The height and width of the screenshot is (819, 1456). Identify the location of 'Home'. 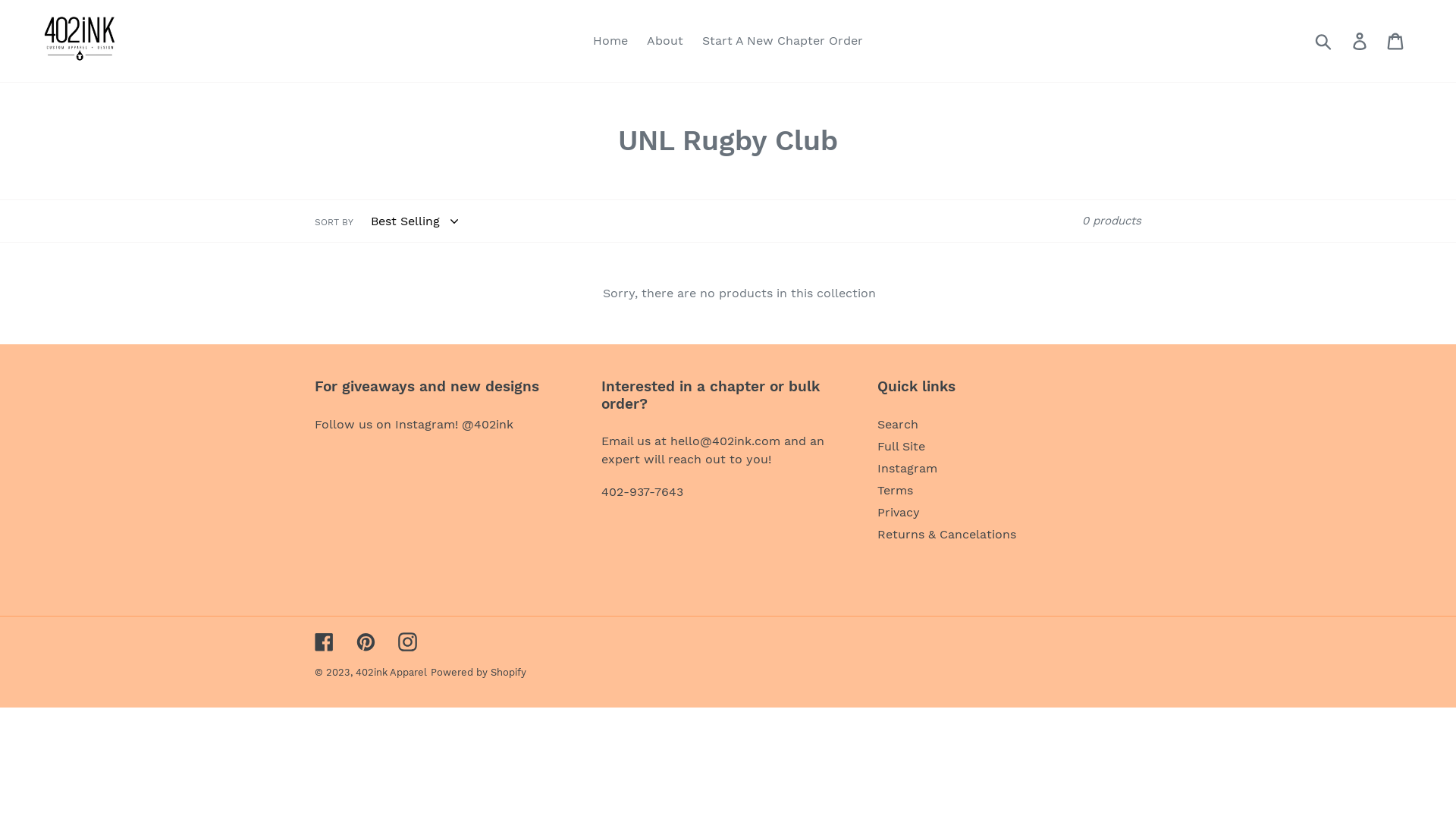
(610, 40).